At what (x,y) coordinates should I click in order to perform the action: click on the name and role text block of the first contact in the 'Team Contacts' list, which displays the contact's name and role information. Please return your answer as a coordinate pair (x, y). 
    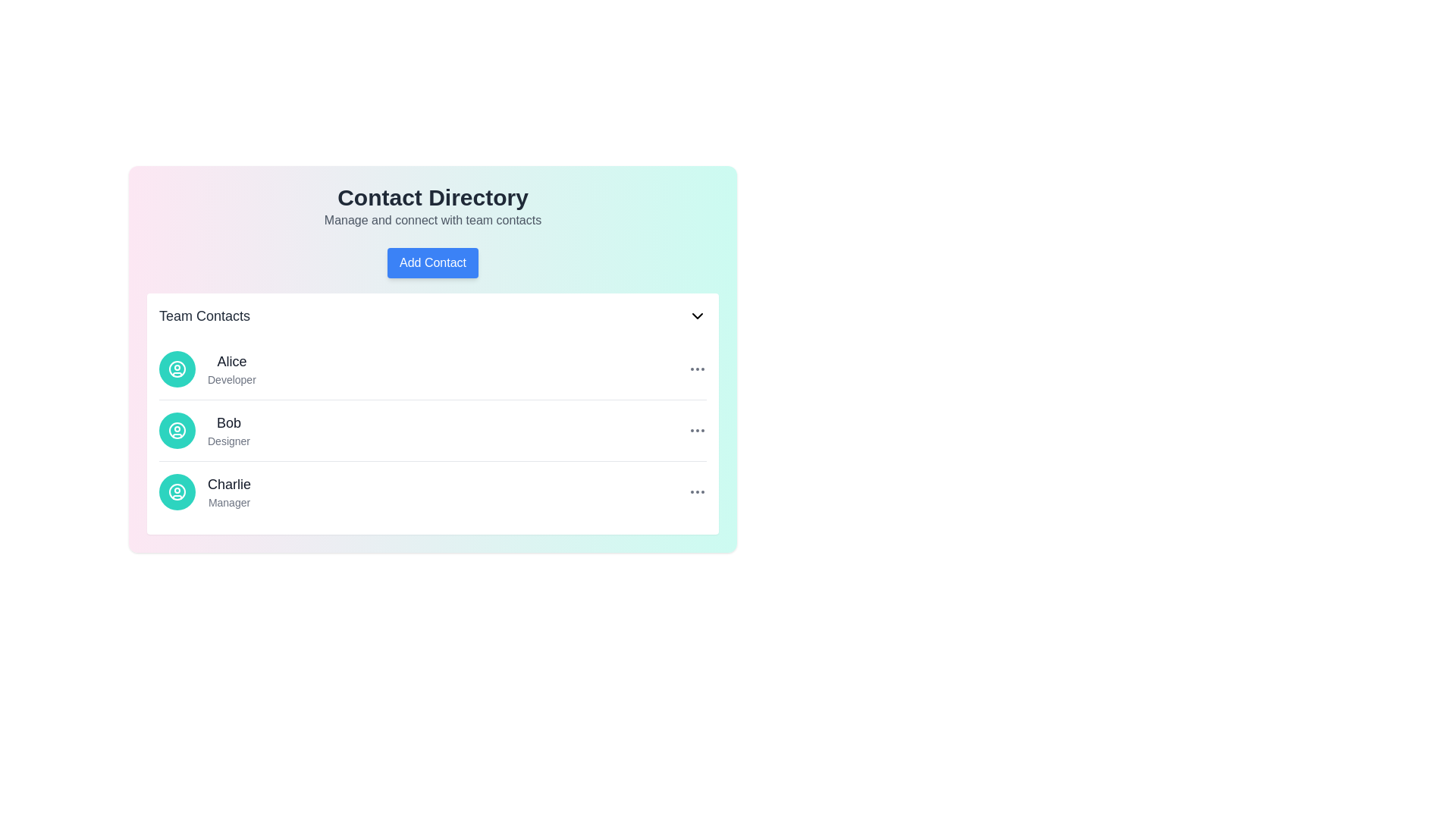
    Looking at the image, I should click on (231, 369).